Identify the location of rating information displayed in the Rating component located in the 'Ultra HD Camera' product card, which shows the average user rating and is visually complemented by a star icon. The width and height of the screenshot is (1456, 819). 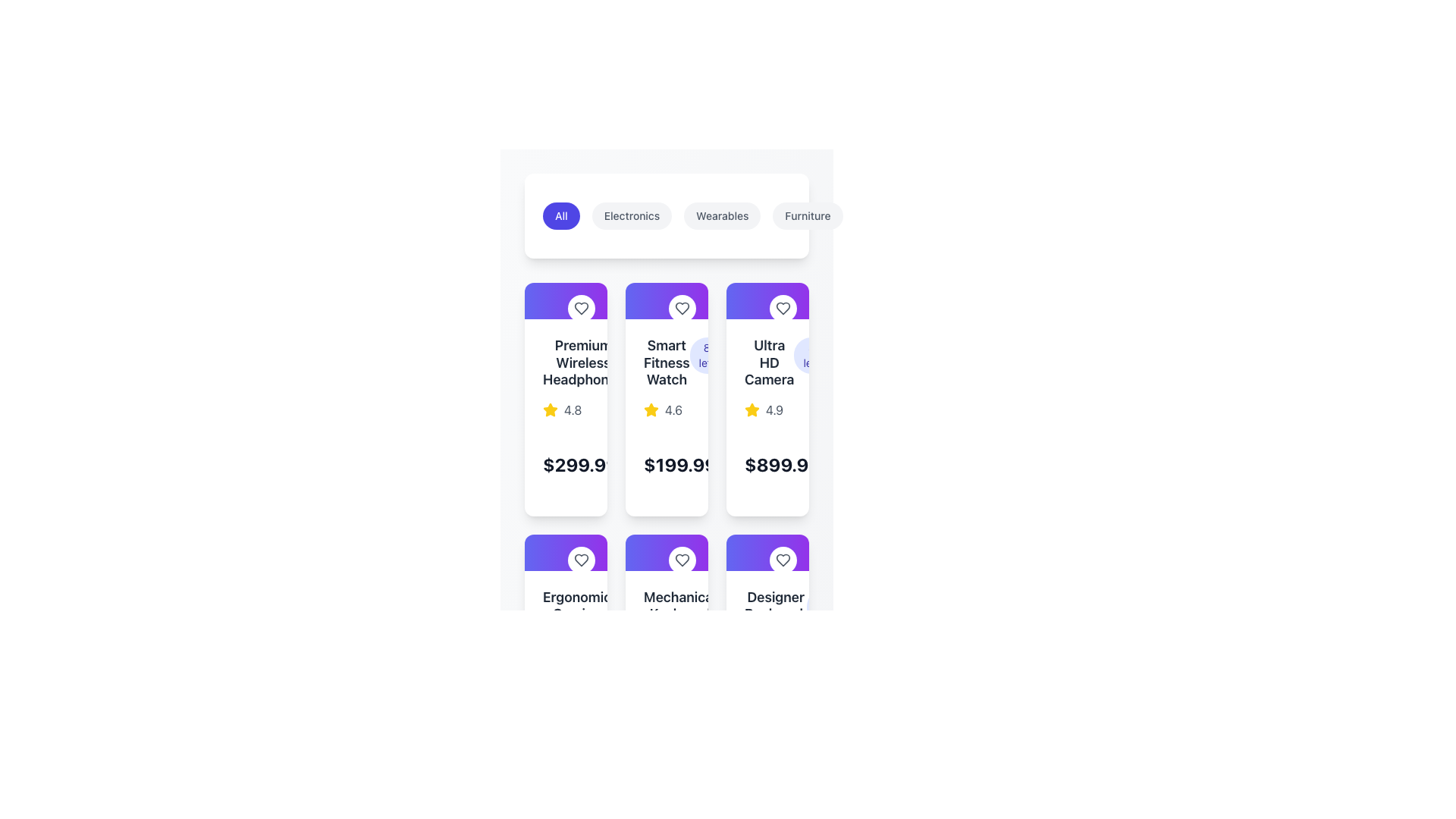
(767, 409).